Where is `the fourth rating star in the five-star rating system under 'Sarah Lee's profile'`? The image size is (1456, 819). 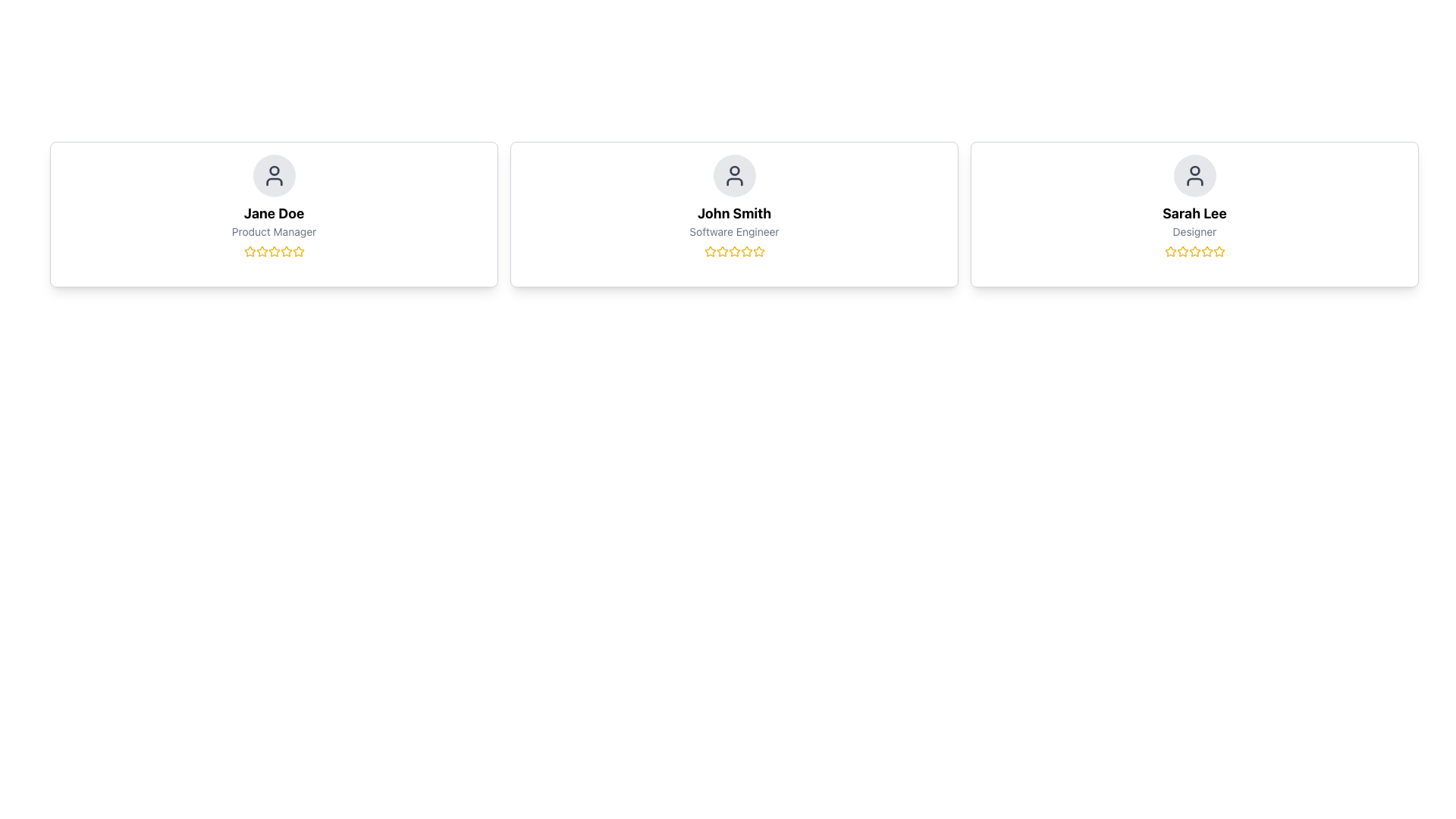 the fourth rating star in the five-star rating system under 'Sarah Lee's profile' is located at coordinates (1206, 250).